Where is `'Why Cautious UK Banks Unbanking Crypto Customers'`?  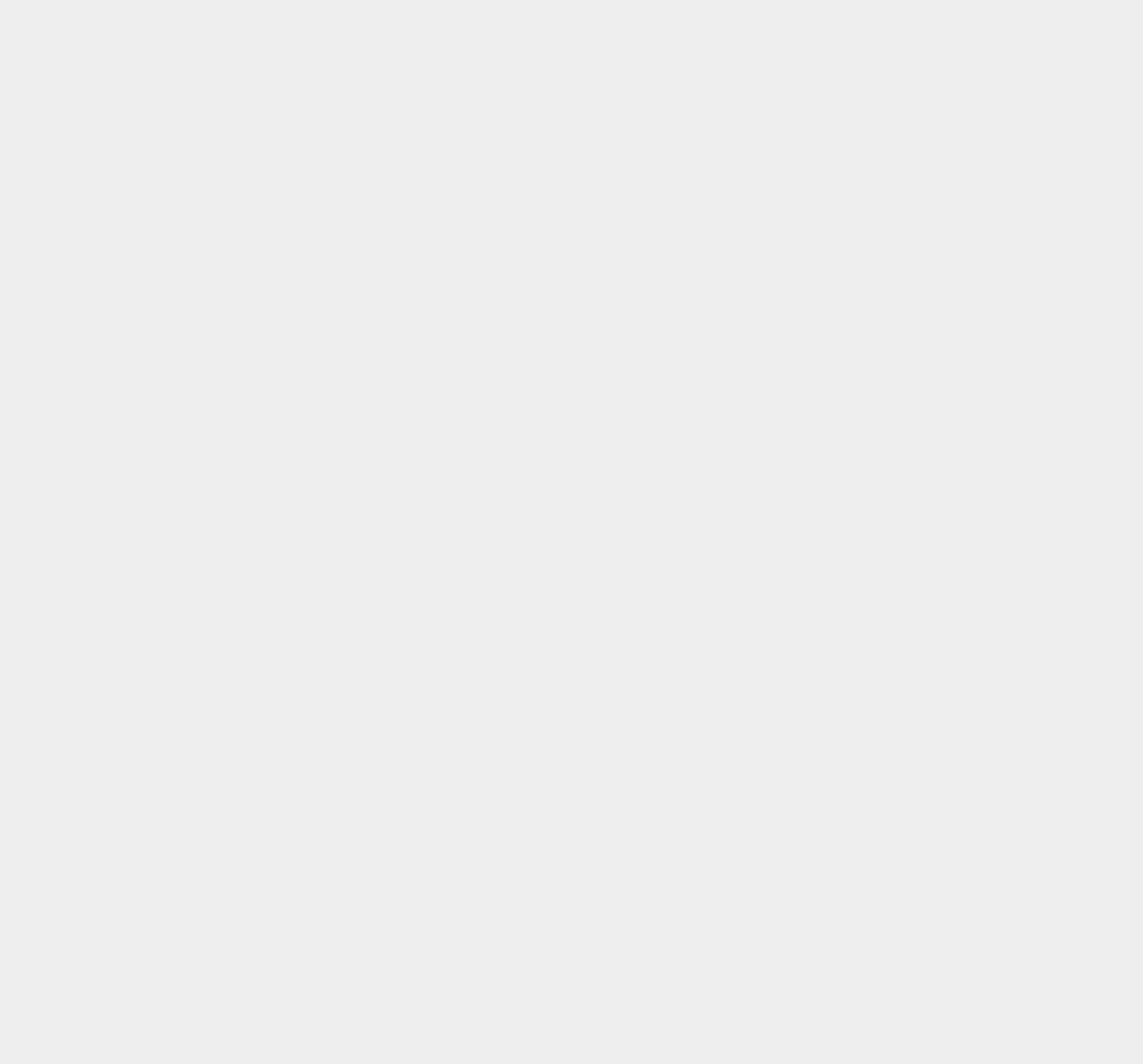 'Why Cautious UK Banks Unbanking Crypto Customers' is located at coordinates (962, 147).